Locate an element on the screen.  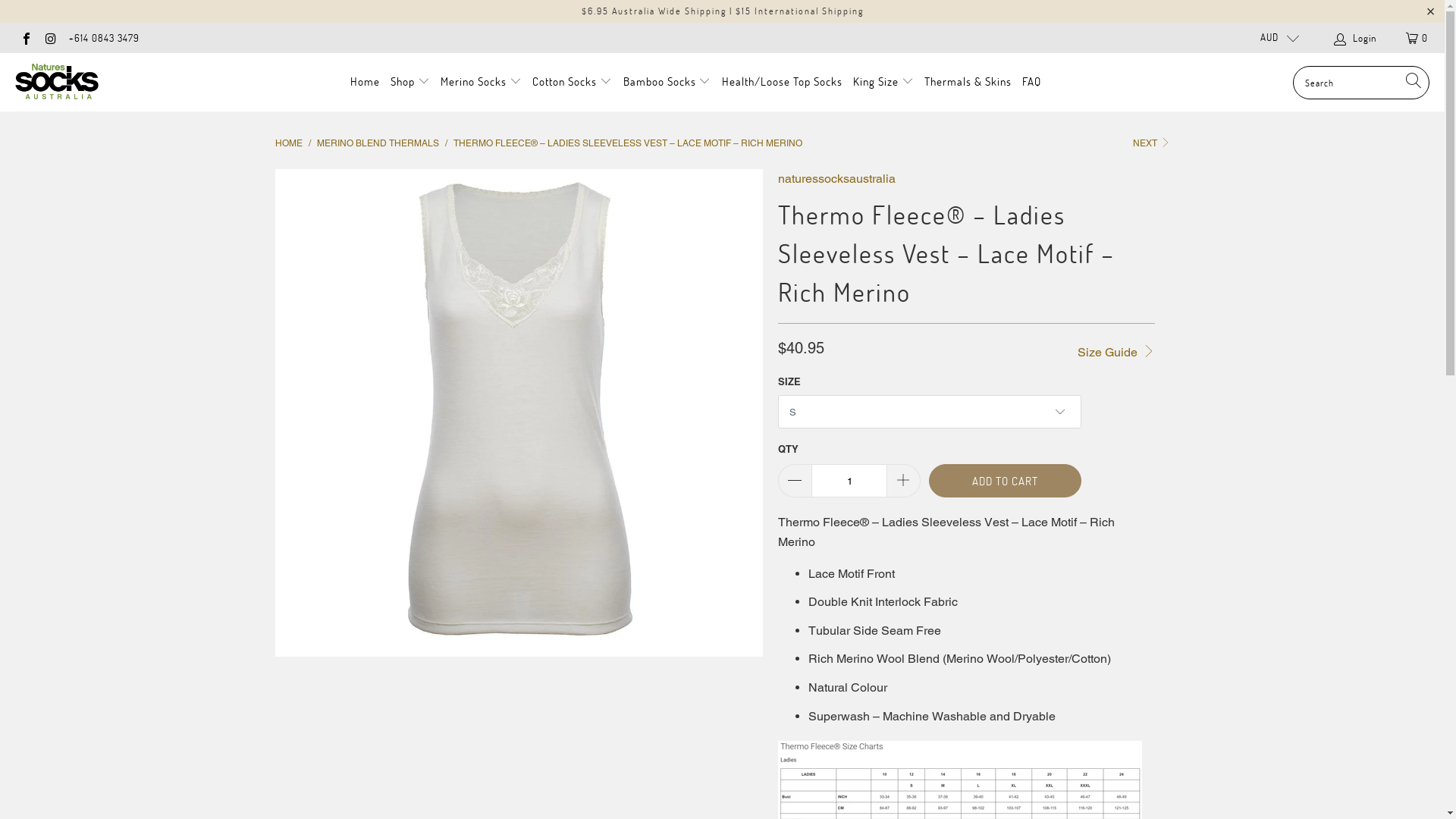
'Health/Loose Top Socks' is located at coordinates (782, 82).